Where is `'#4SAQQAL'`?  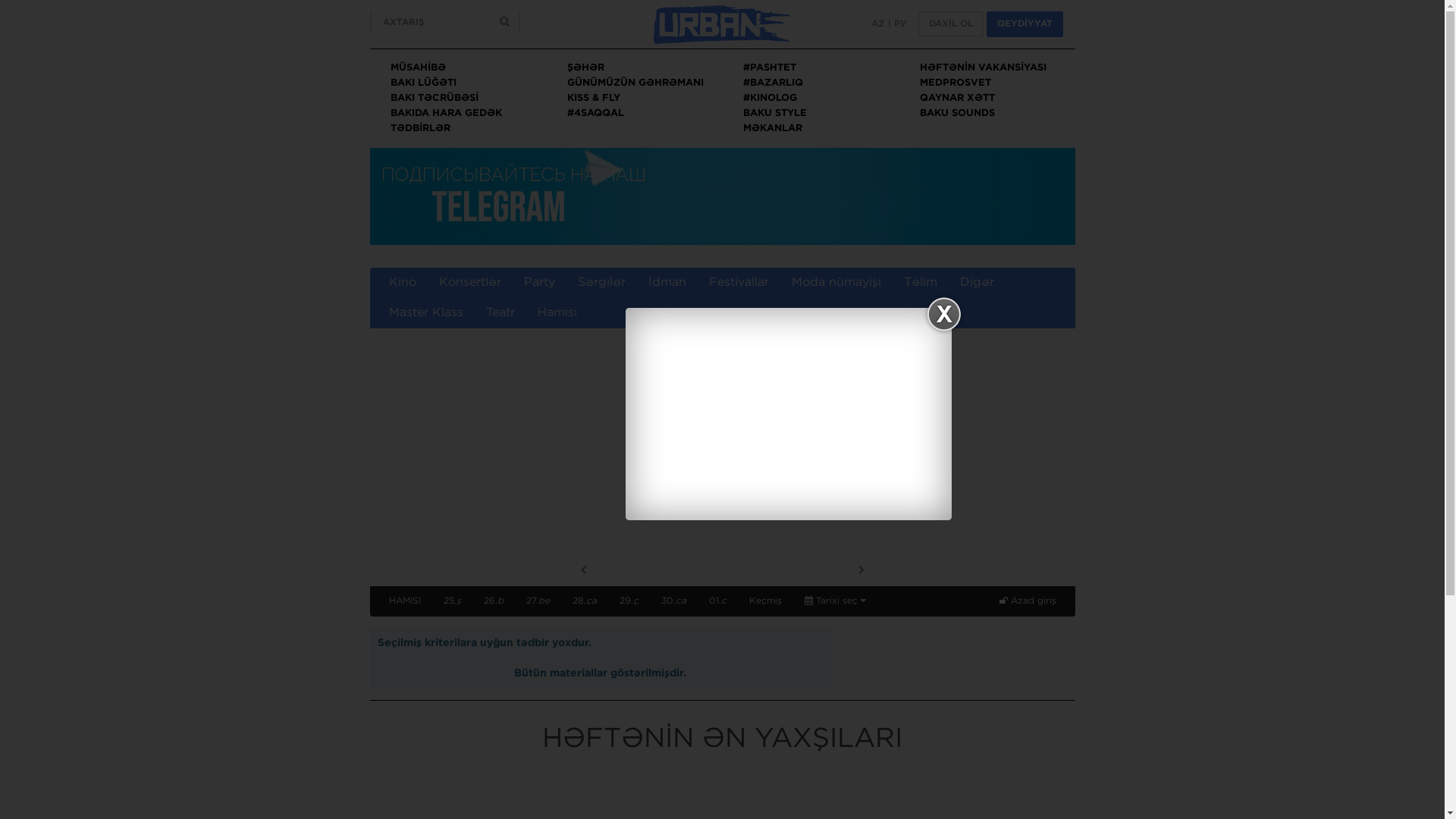 '#4SAQQAL' is located at coordinates (595, 112).